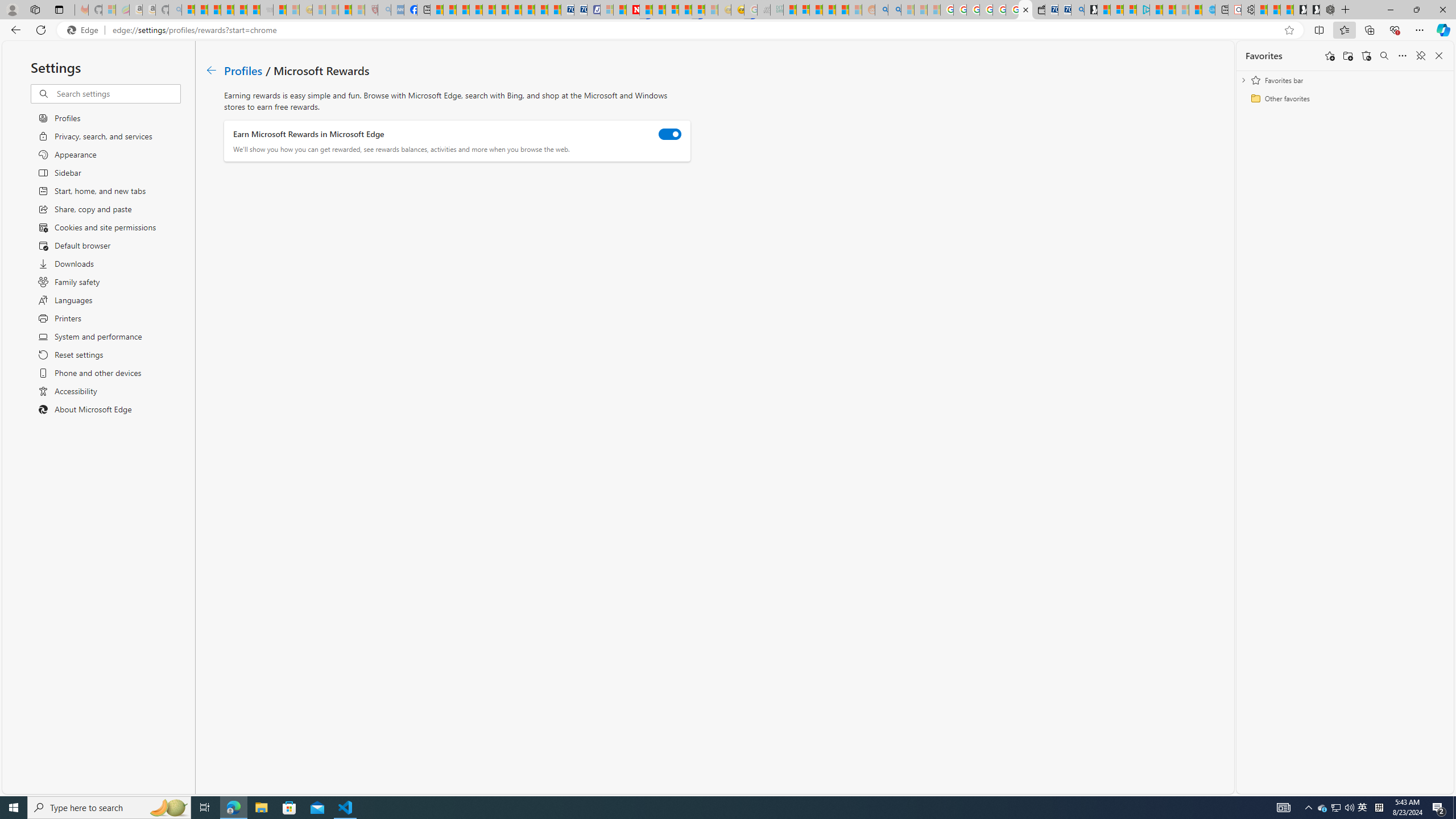 Image resolution: width=1456 pixels, height=819 pixels. Describe the element at coordinates (475, 9) in the screenshot. I see `'Climate Damage Becomes Too Severe To Reverse'` at that location.